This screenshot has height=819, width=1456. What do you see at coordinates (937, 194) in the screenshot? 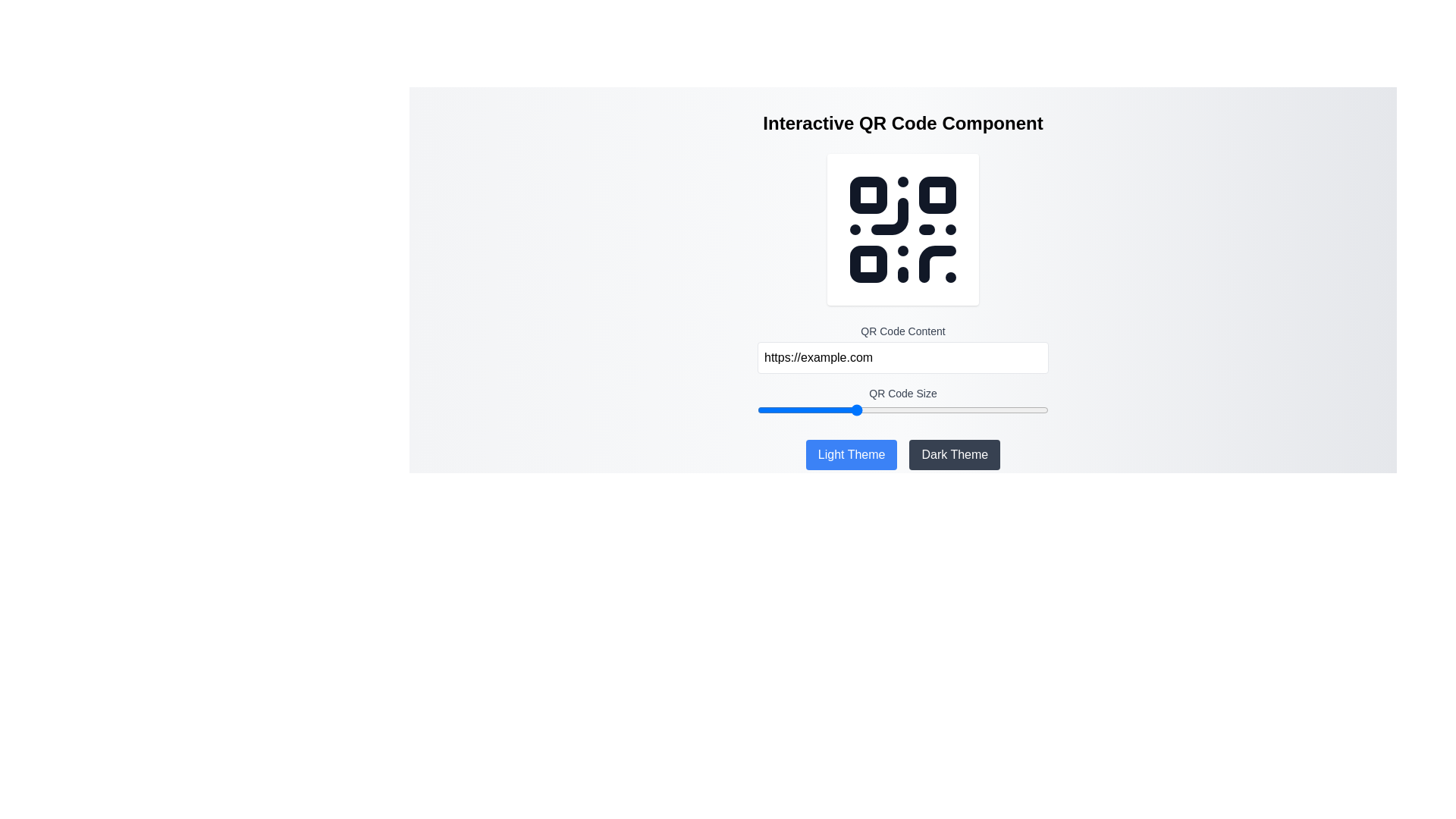
I see `the small square with a white fill and rounded corners located at the top-right of the QR code structure` at bounding box center [937, 194].